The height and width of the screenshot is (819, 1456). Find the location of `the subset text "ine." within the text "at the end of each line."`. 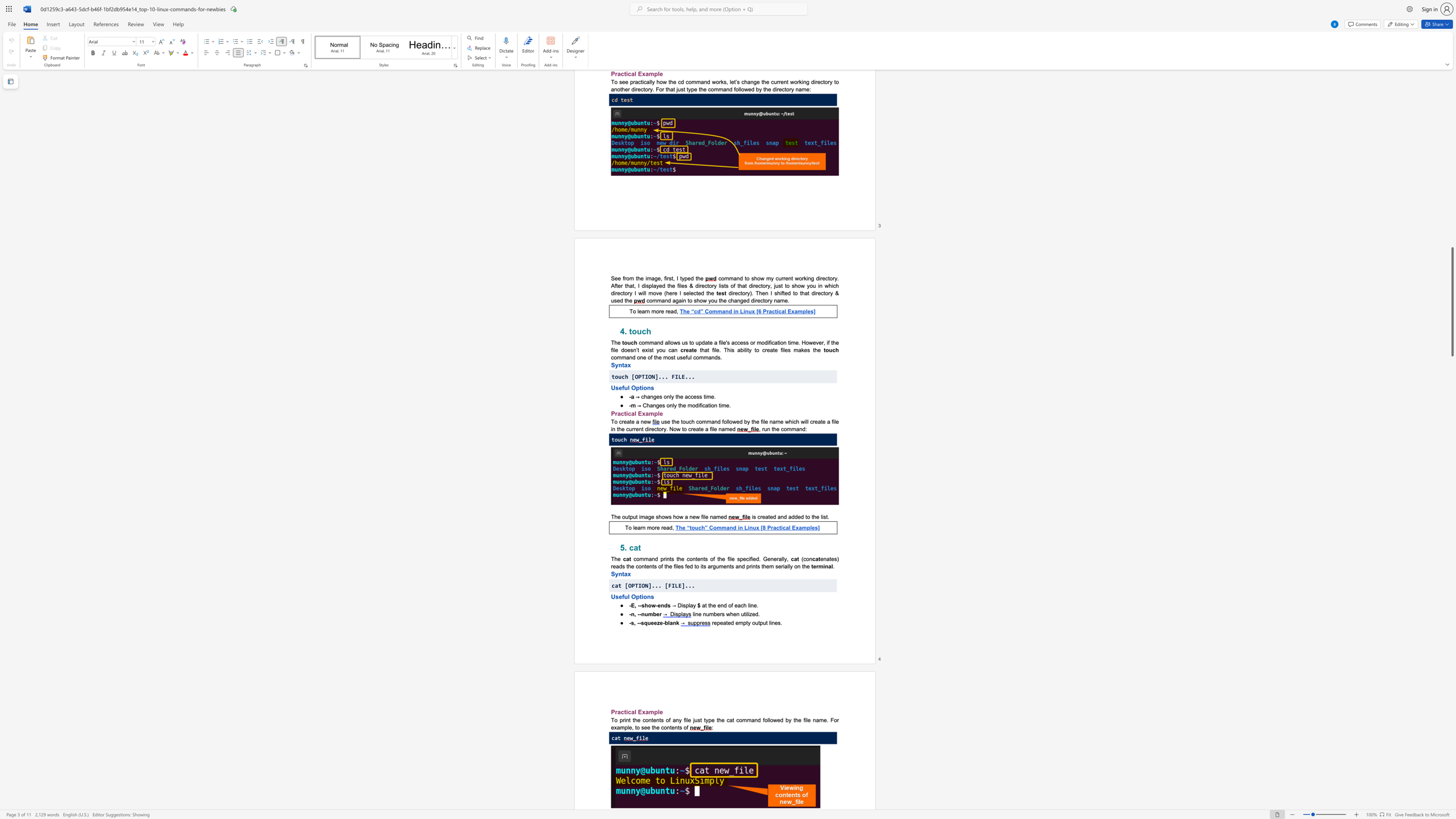

the subset text "ine." within the text "at the end of each line." is located at coordinates (749, 605).